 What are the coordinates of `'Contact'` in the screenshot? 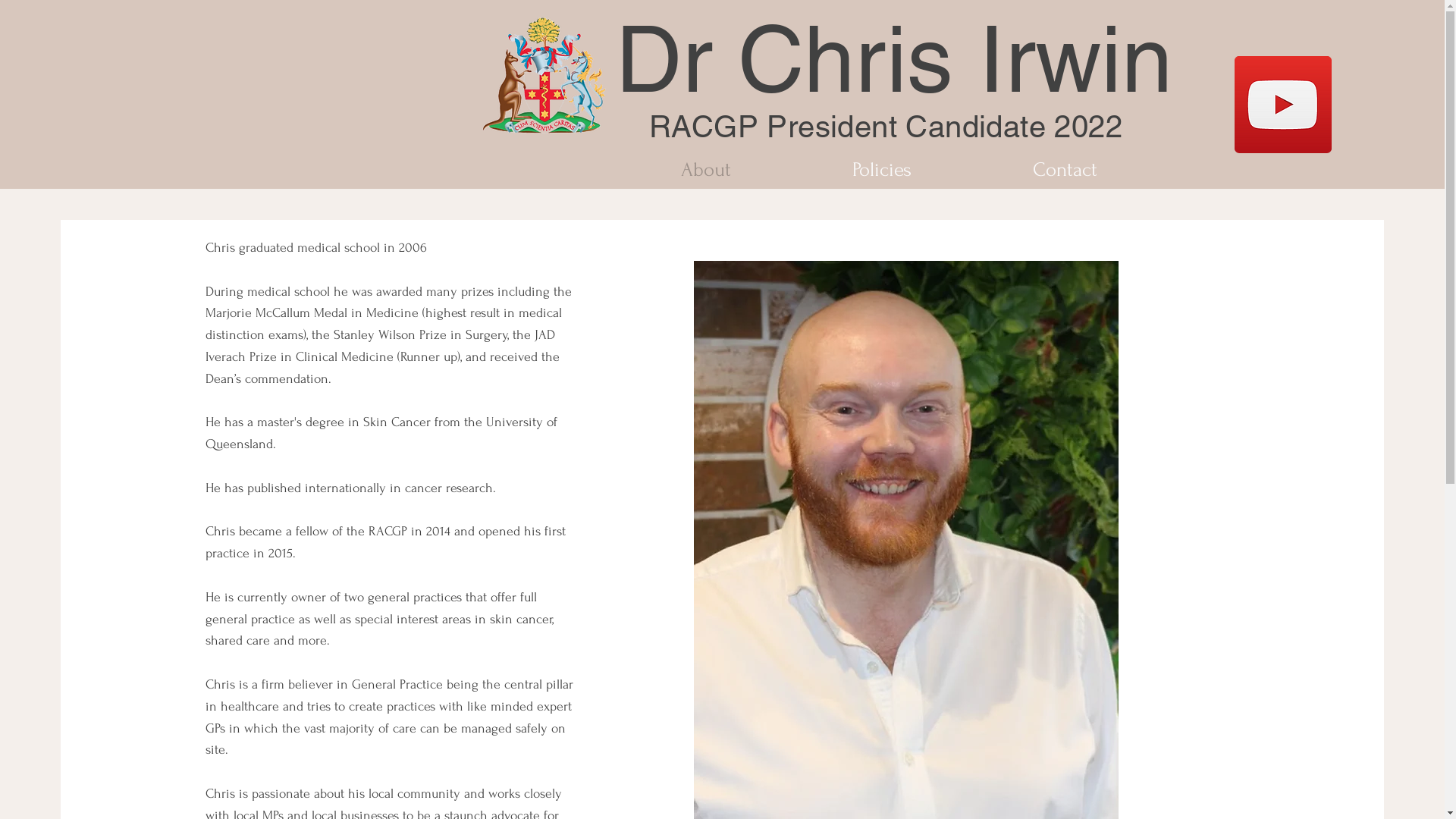 It's located at (1063, 169).